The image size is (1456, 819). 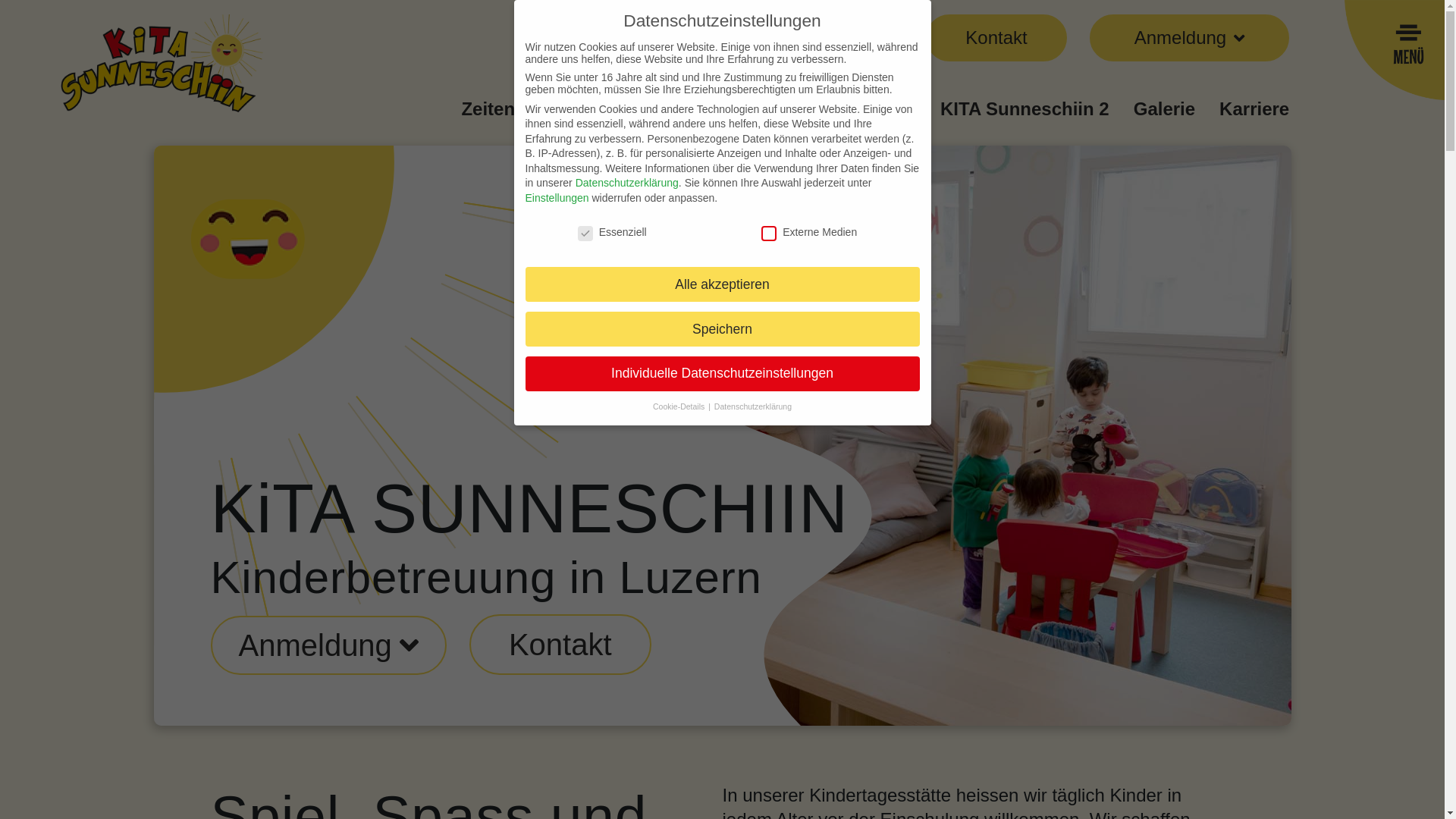 I want to click on 'Galerie', so click(x=1163, y=108).